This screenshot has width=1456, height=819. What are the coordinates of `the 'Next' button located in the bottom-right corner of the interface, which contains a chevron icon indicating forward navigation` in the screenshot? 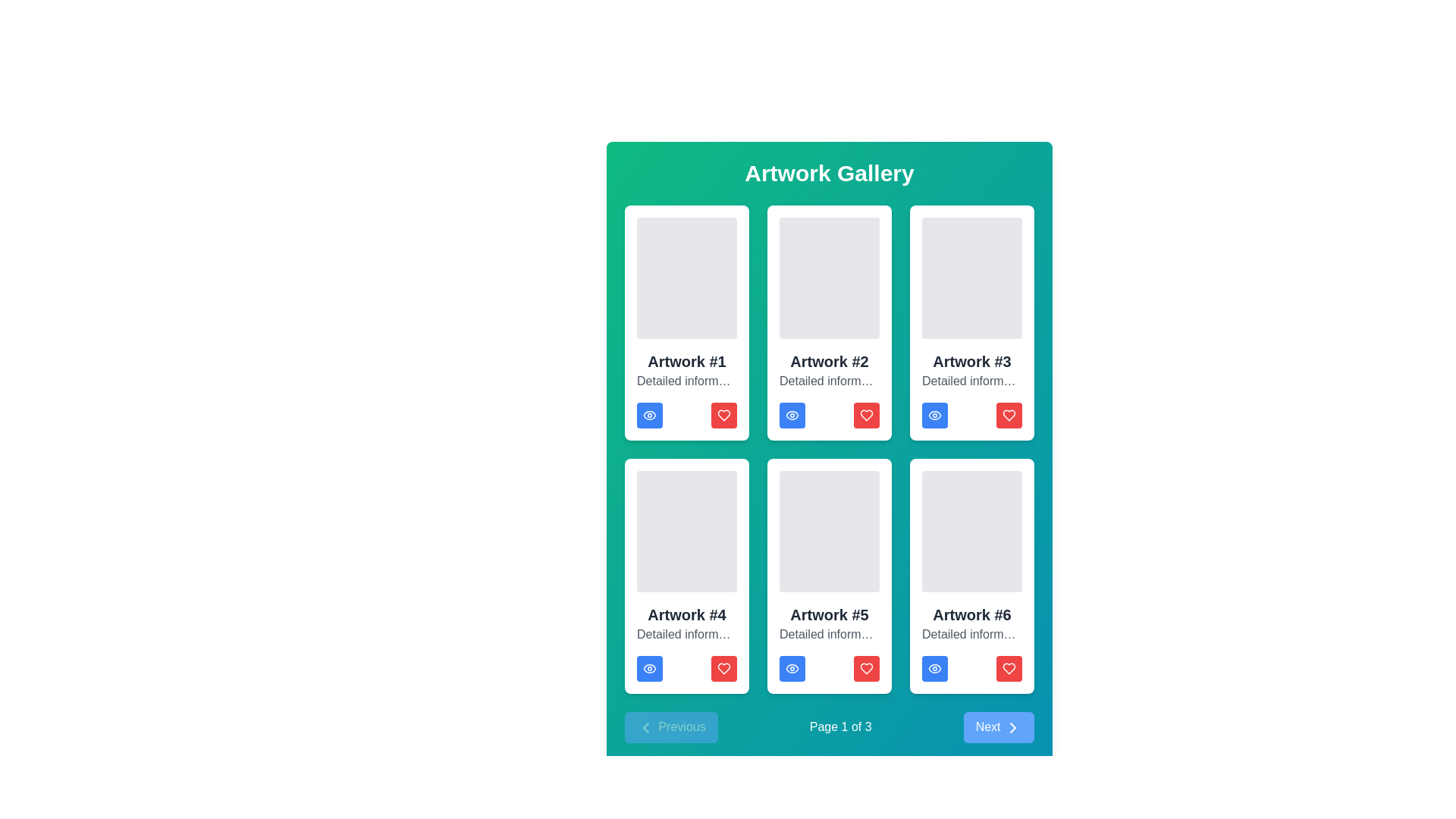 It's located at (1012, 726).